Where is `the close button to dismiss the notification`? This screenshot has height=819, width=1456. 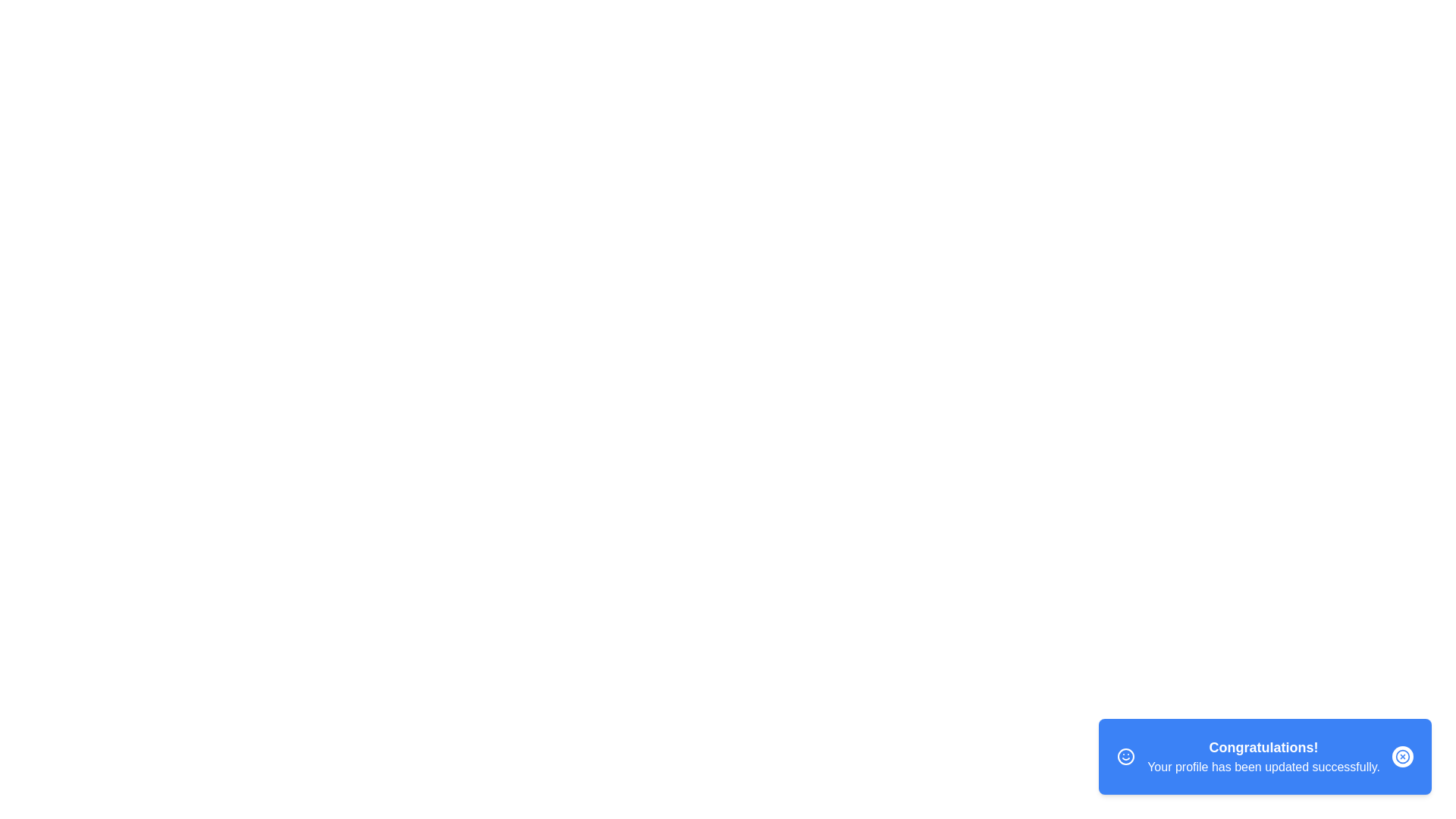 the close button to dismiss the notification is located at coordinates (1401, 757).